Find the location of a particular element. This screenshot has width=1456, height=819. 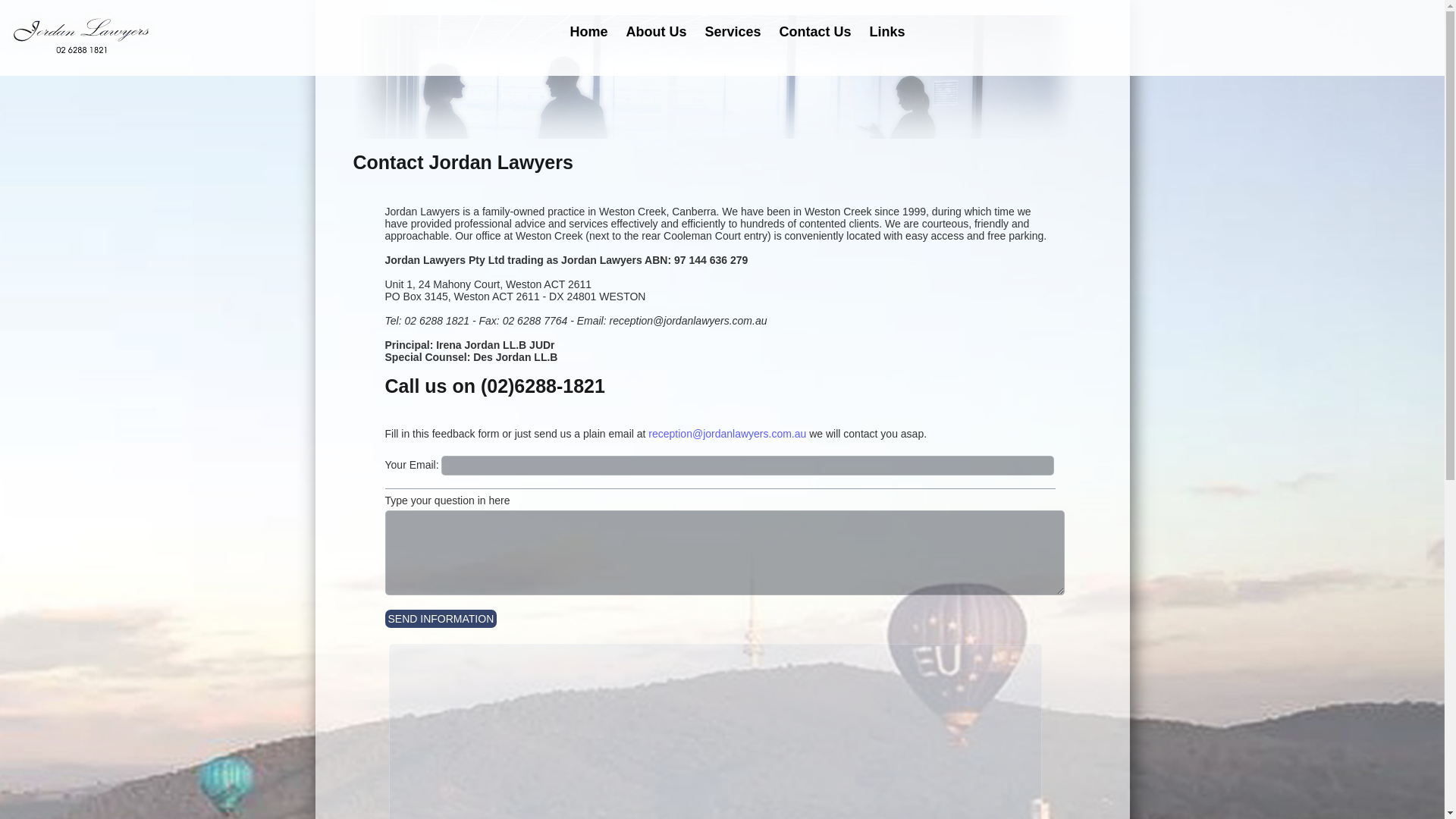

'reception@jordanlawyers.com.au' is located at coordinates (726, 433).